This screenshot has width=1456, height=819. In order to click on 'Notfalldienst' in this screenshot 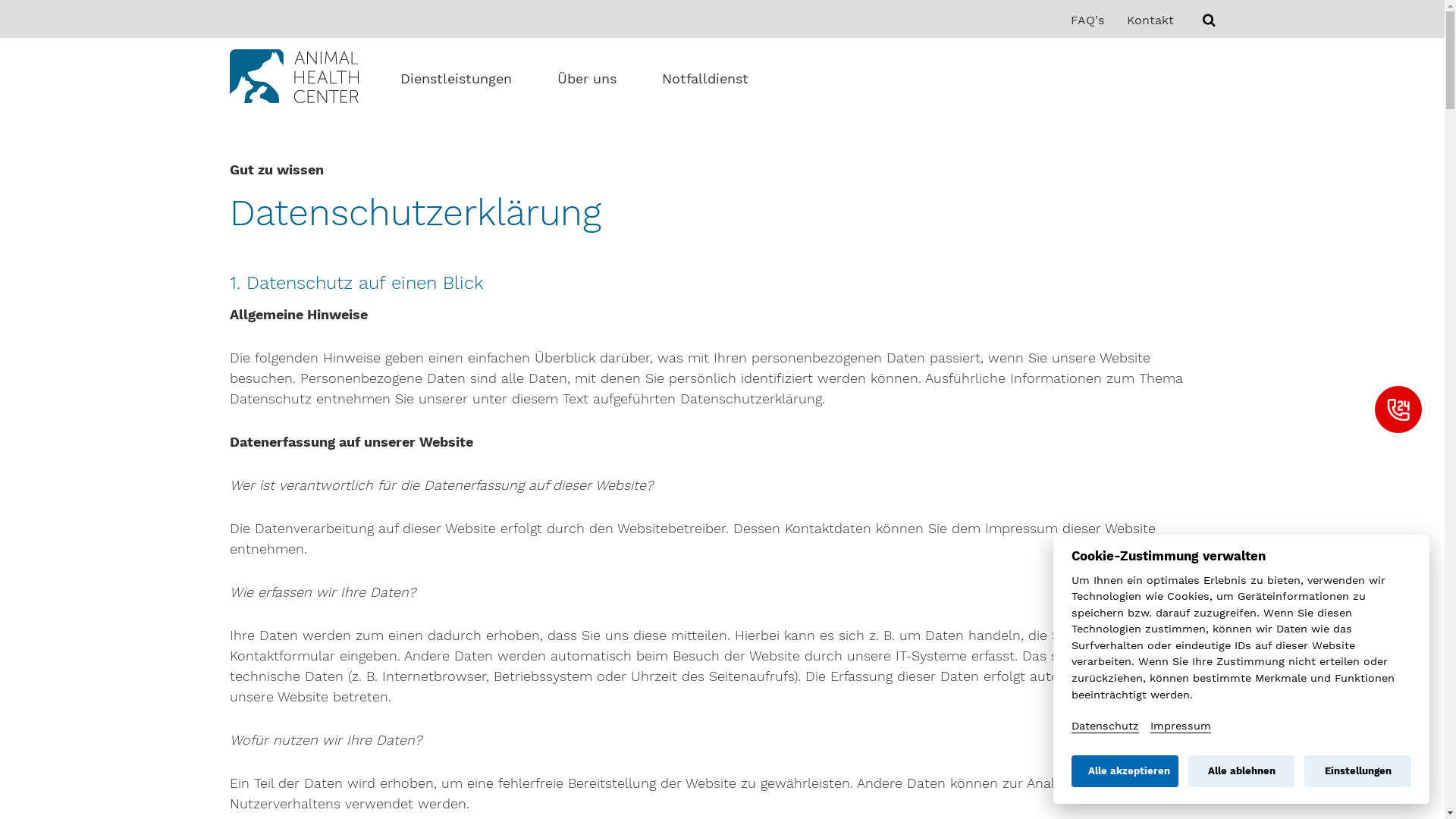, I will do `click(661, 79)`.